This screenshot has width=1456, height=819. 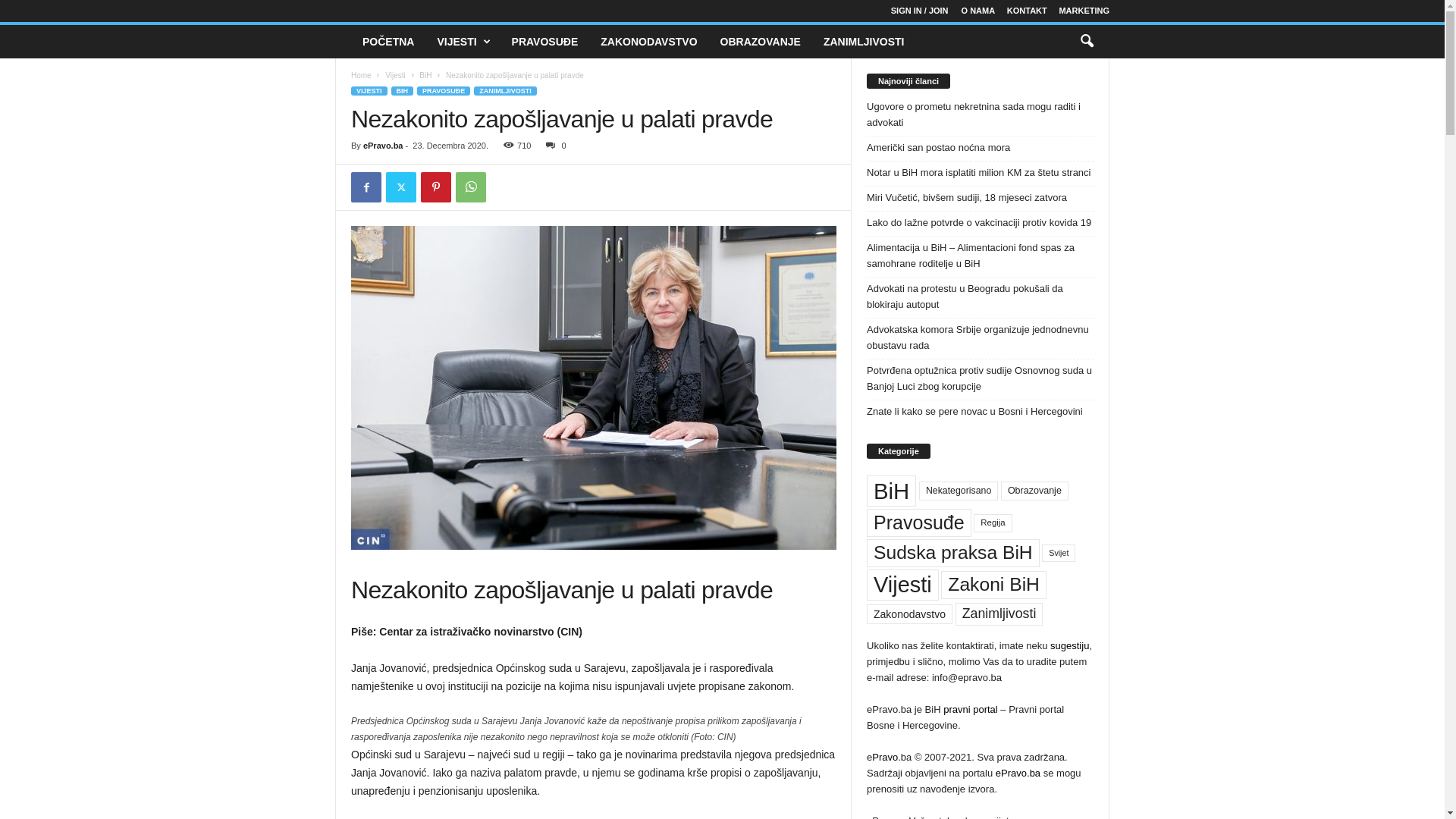 What do you see at coordinates (1083, 11) in the screenshot?
I see `'MARKETING'` at bounding box center [1083, 11].